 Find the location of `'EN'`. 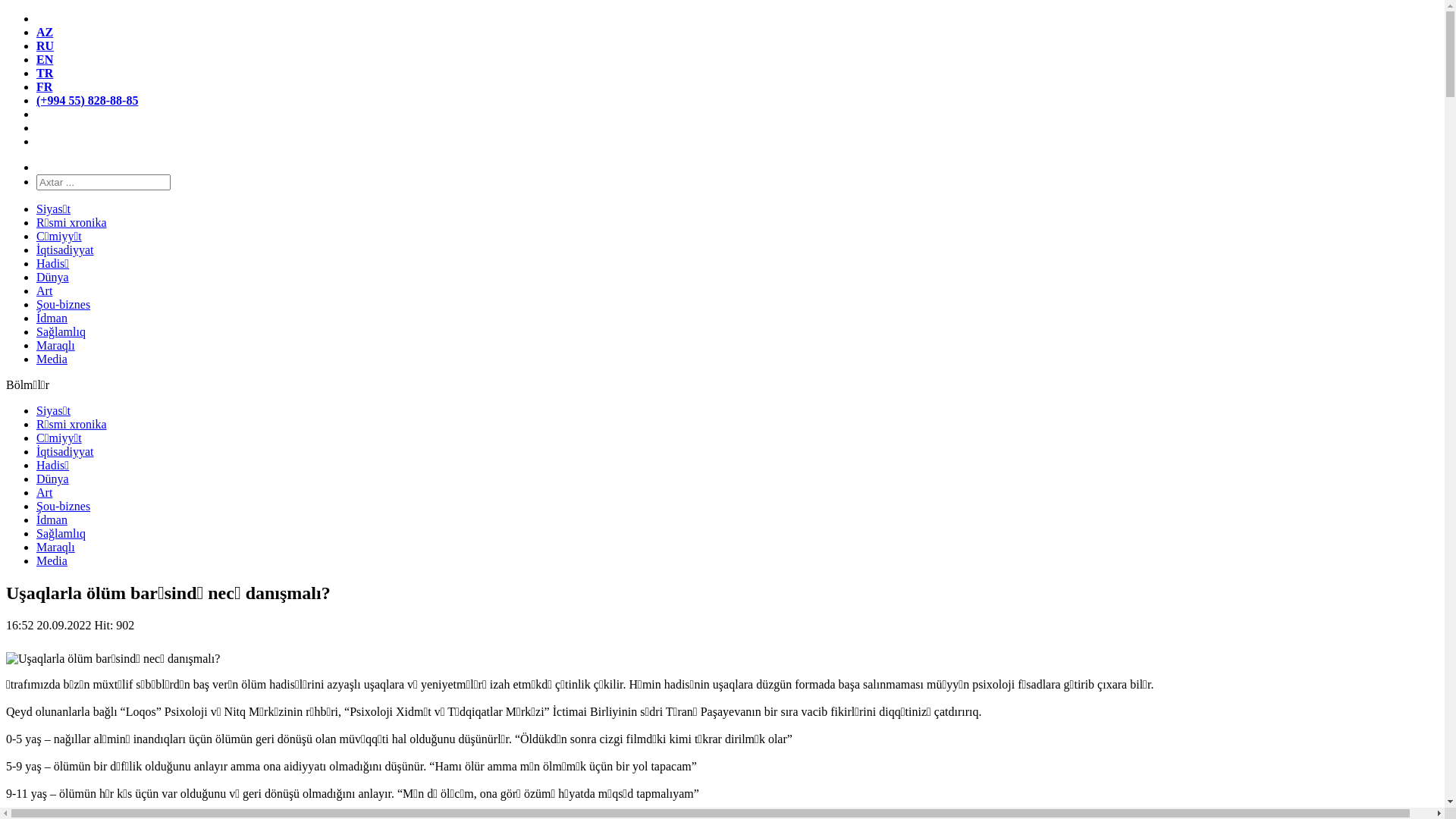

'EN' is located at coordinates (36, 58).